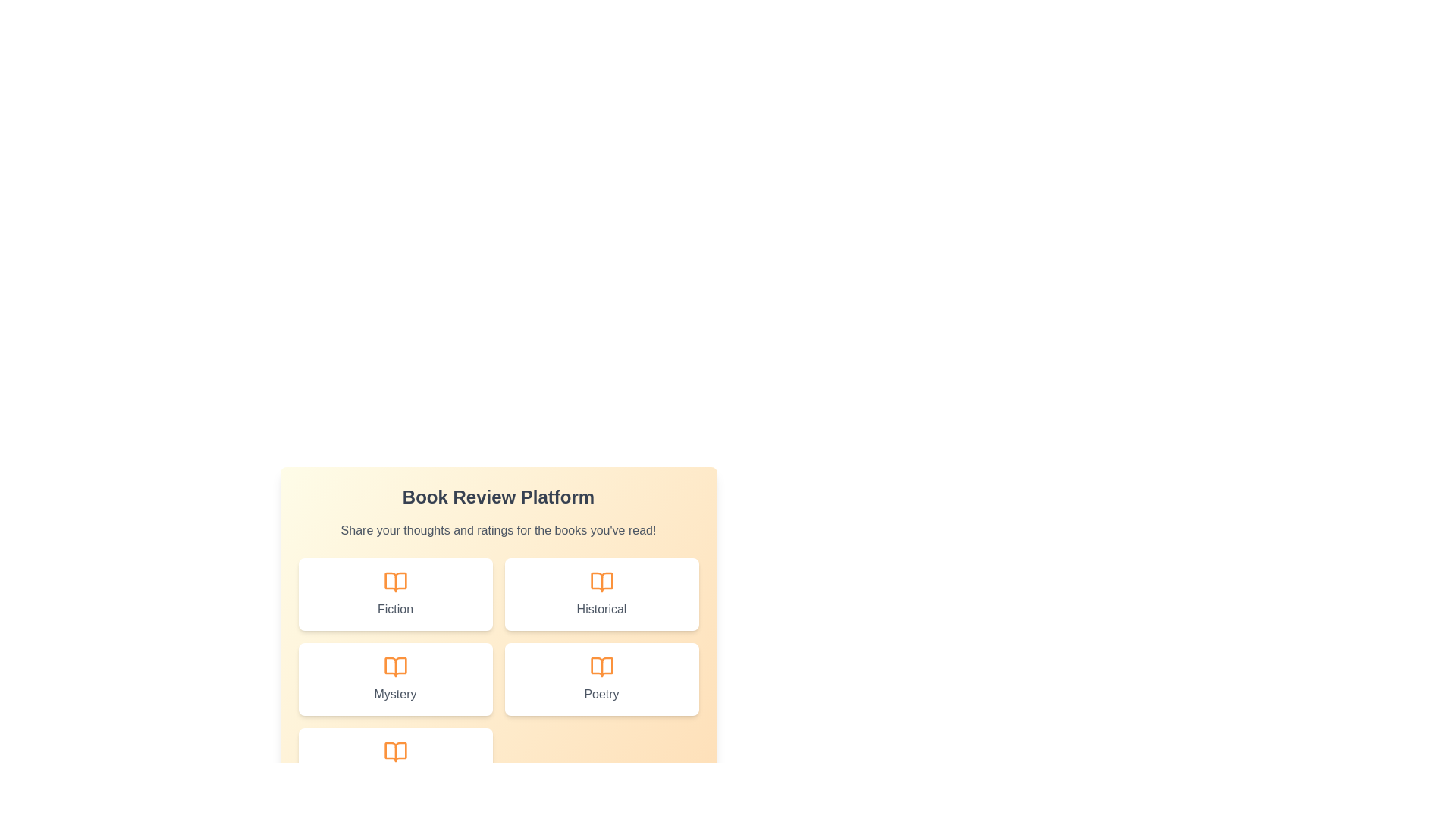 The height and width of the screenshot is (819, 1456). Describe the element at coordinates (395, 678) in the screenshot. I see `the third card in the grid layout, which represents the 'Mystery' category` at that location.